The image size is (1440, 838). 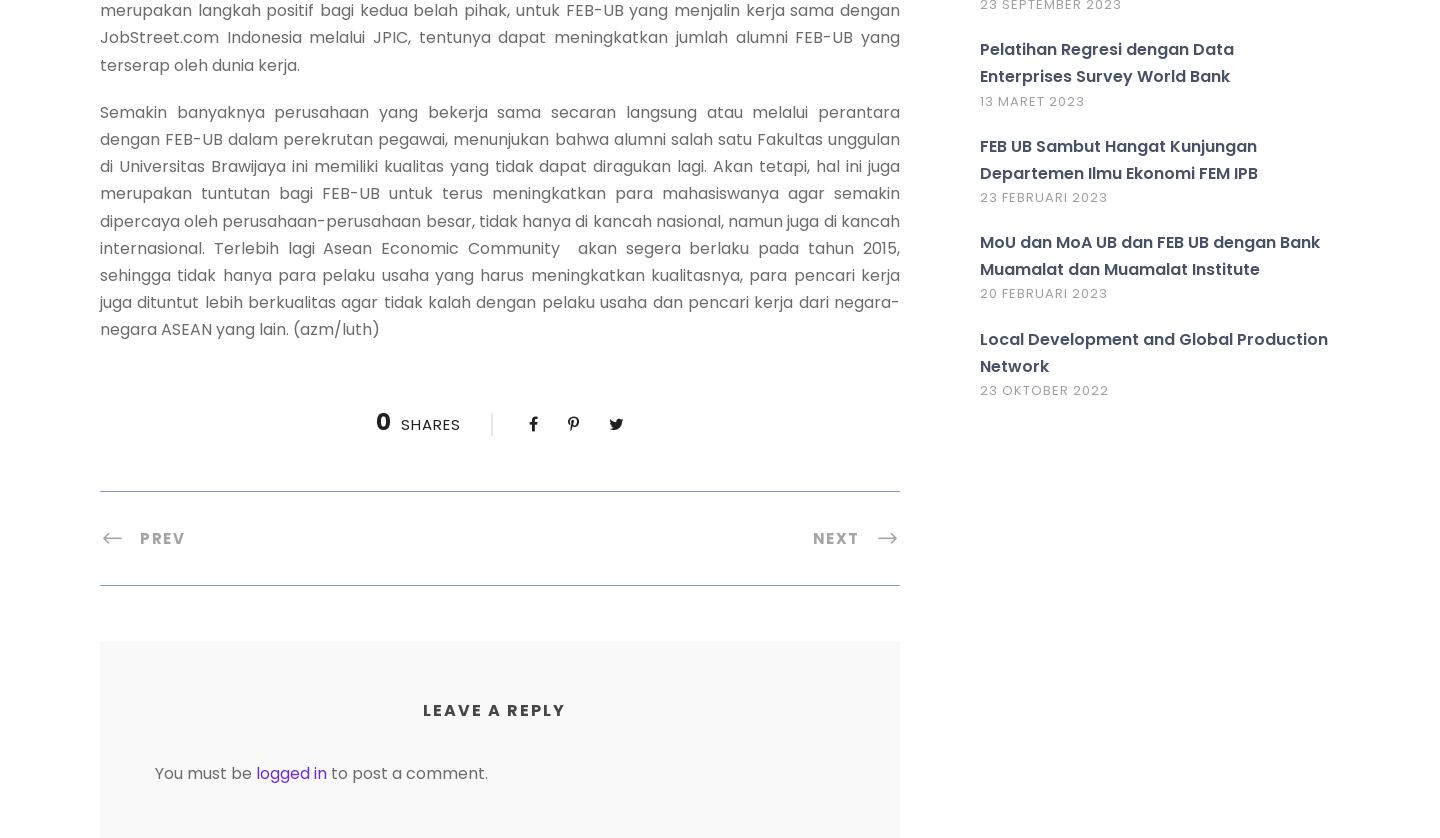 What do you see at coordinates (205, 771) in the screenshot?
I see `'You must be'` at bounding box center [205, 771].